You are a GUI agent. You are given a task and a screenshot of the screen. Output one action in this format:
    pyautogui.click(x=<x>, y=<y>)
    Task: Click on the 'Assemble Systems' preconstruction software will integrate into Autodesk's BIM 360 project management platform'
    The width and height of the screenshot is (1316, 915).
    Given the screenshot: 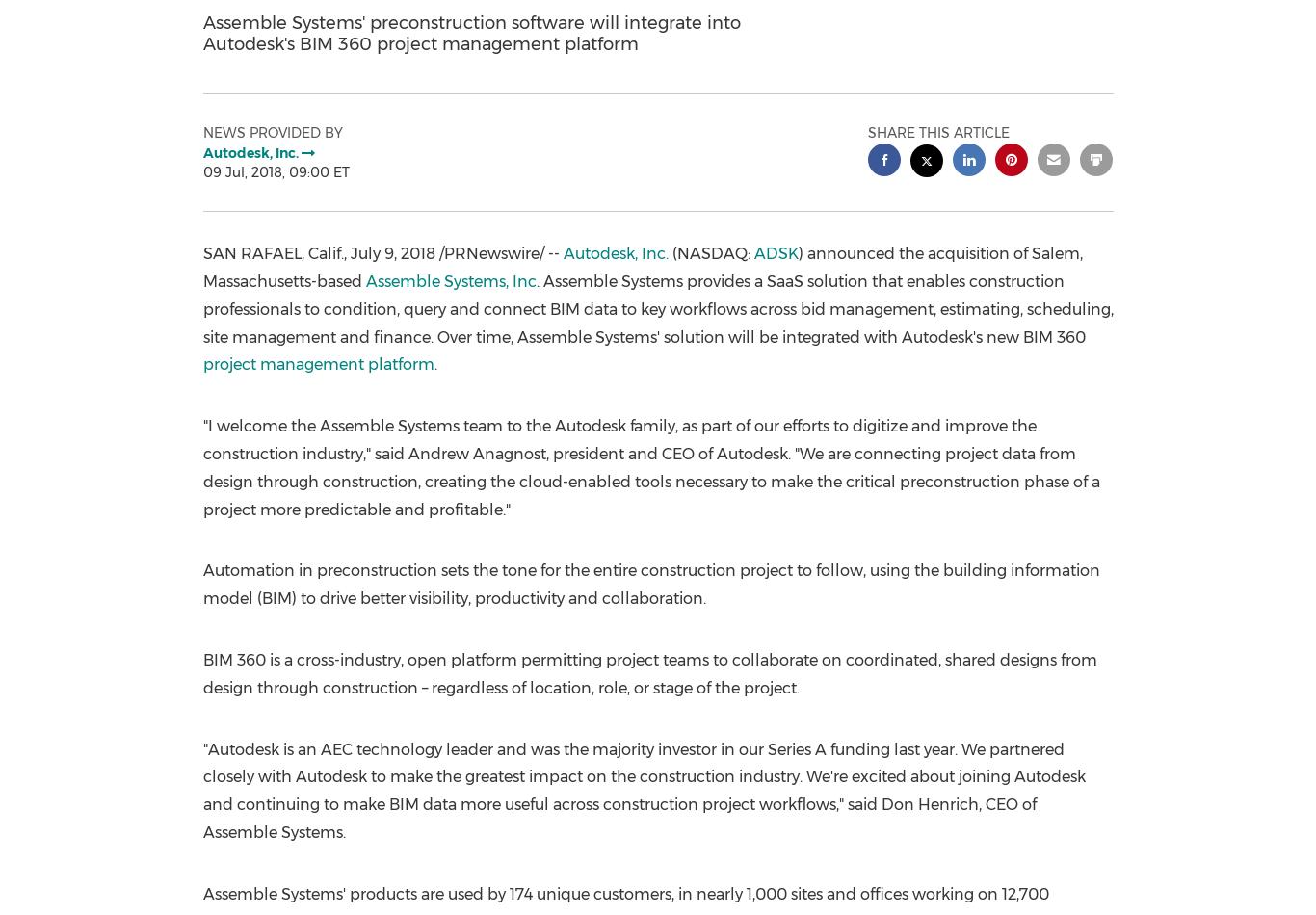 What is the action you would take?
    pyautogui.click(x=471, y=33)
    